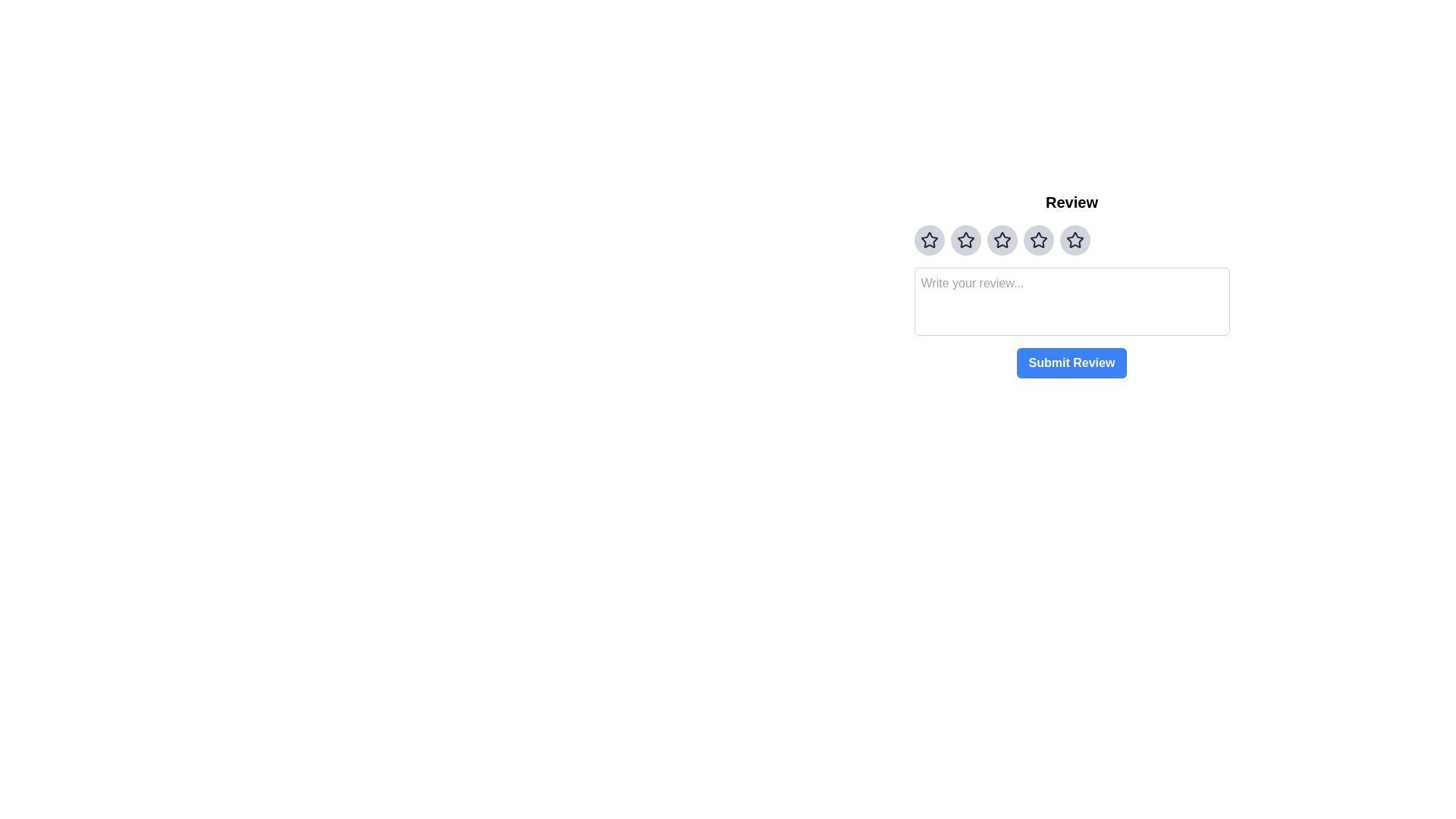  Describe the element at coordinates (1037, 239) in the screenshot. I see `the fourth star in the rating bar` at that location.